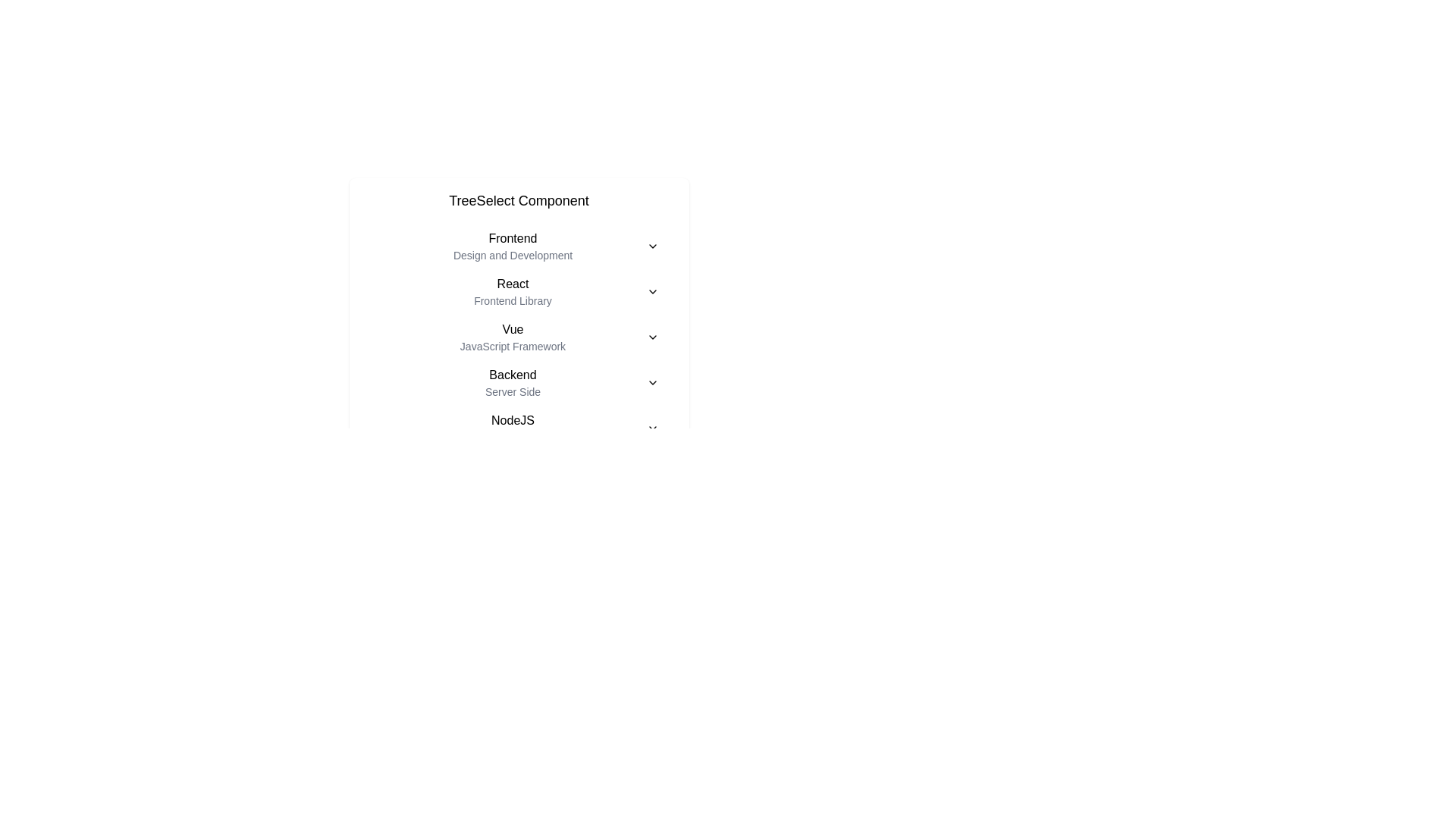 This screenshot has height=819, width=1456. What do you see at coordinates (652, 382) in the screenshot?
I see `the toggle icon located at the far-right edge of the 'Backend' section in the tree selection component interface` at bounding box center [652, 382].